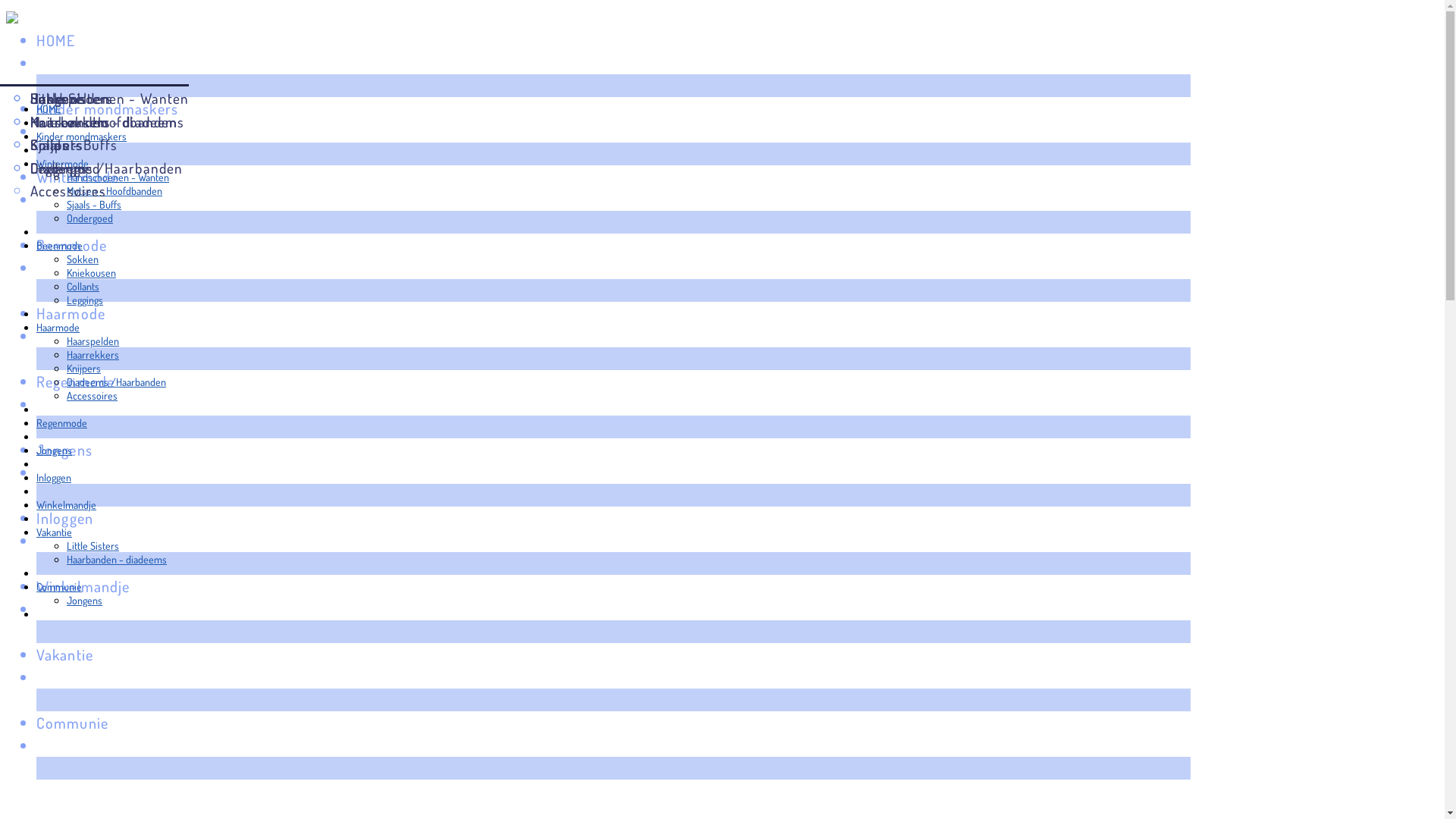 Image resolution: width=1456 pixels, height=819 pixels. What do you see at coordinates (83, 368) in the screenshot?
I see `'Knijpers'` at bounding box center [83, 368].